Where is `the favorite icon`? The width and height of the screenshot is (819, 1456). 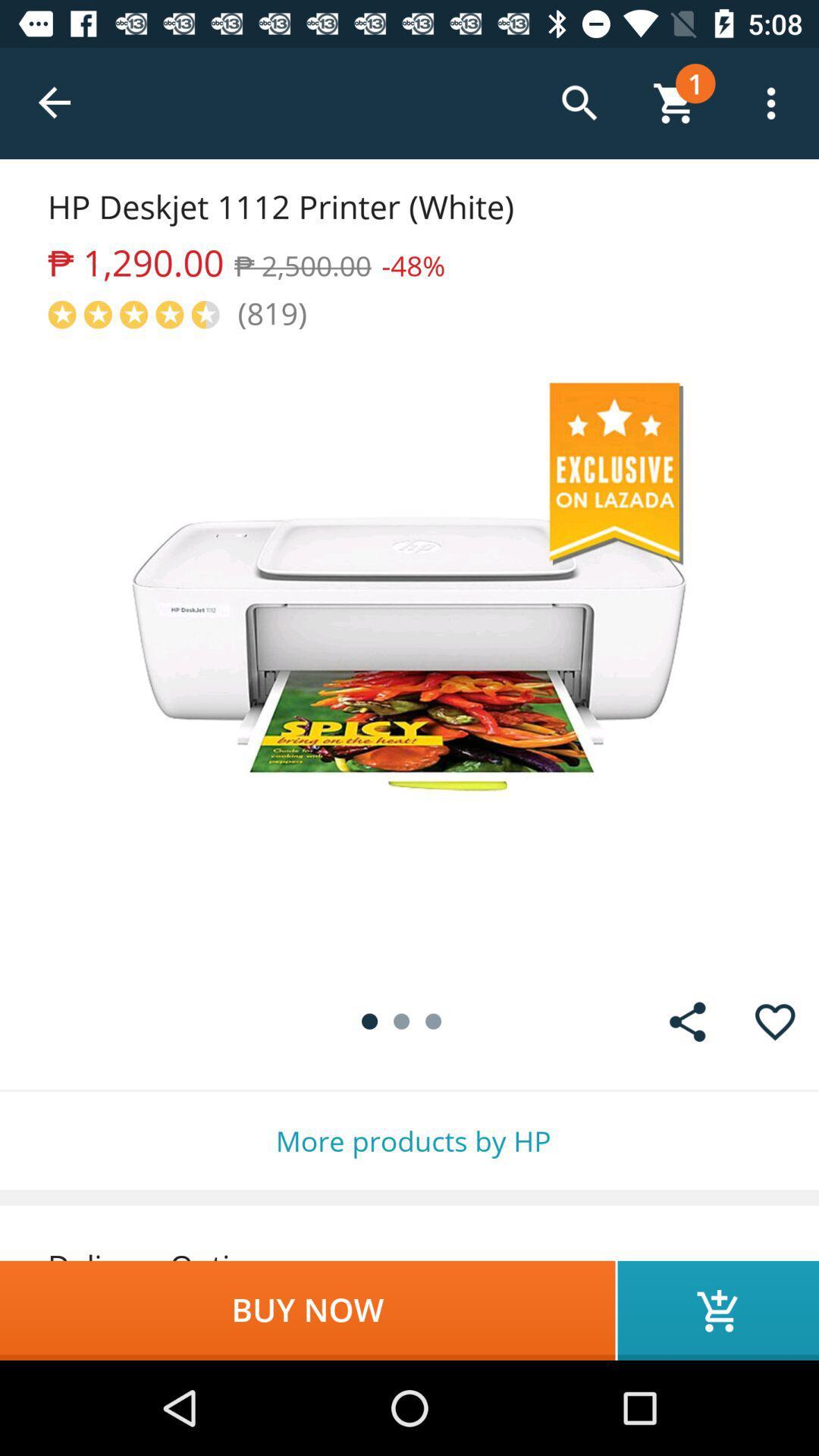 the favorite icon is located at coordinates (775, 1021).